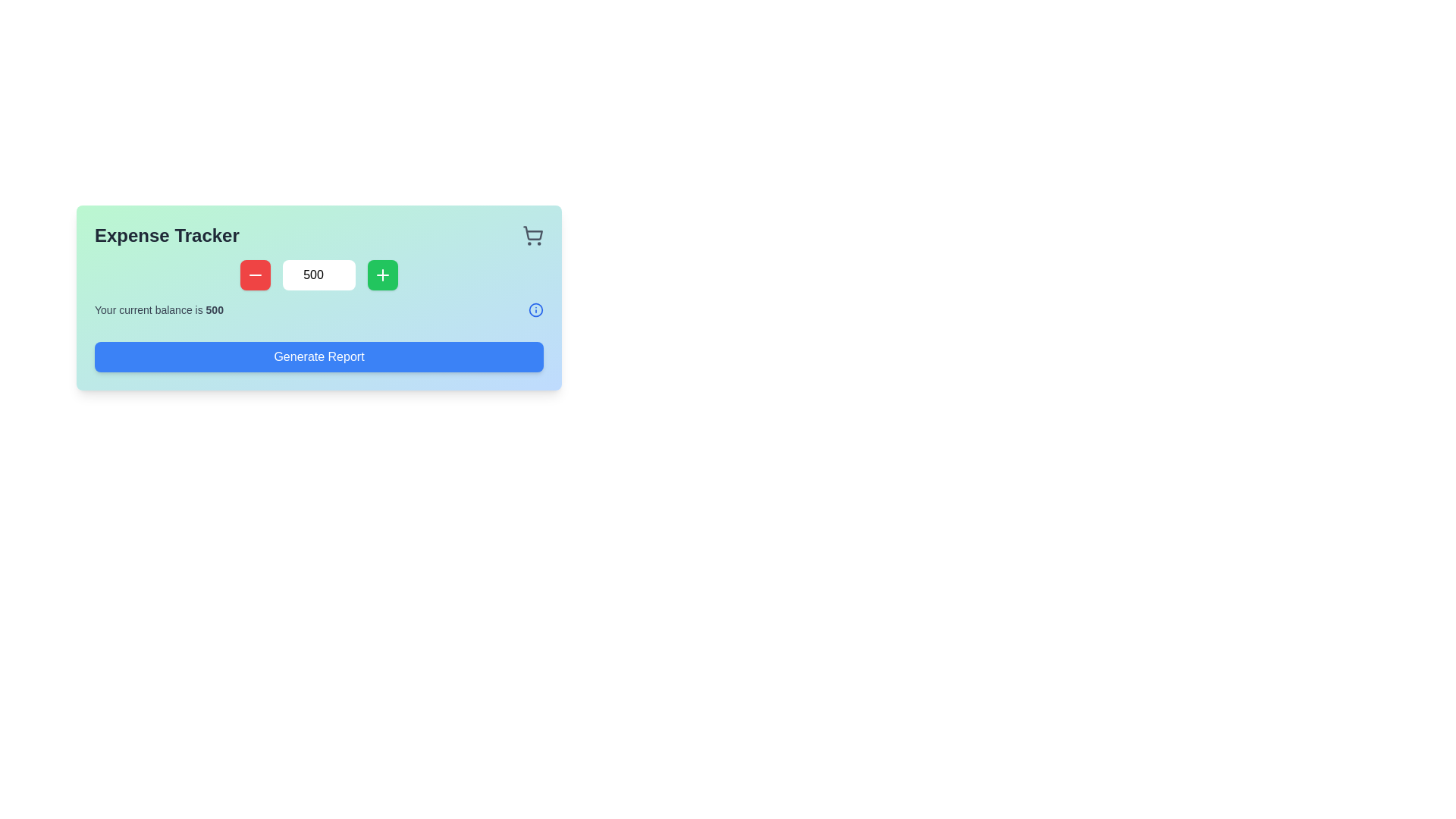 The height and width of the screenshot is (819, 1456). What do you see at coordinates (382, 275) in the screenshot?
I see `the increment button with a plus symbol located in the center-right portion of the interface, adjacent to the numeric input field` at bounding box center [382, 275].